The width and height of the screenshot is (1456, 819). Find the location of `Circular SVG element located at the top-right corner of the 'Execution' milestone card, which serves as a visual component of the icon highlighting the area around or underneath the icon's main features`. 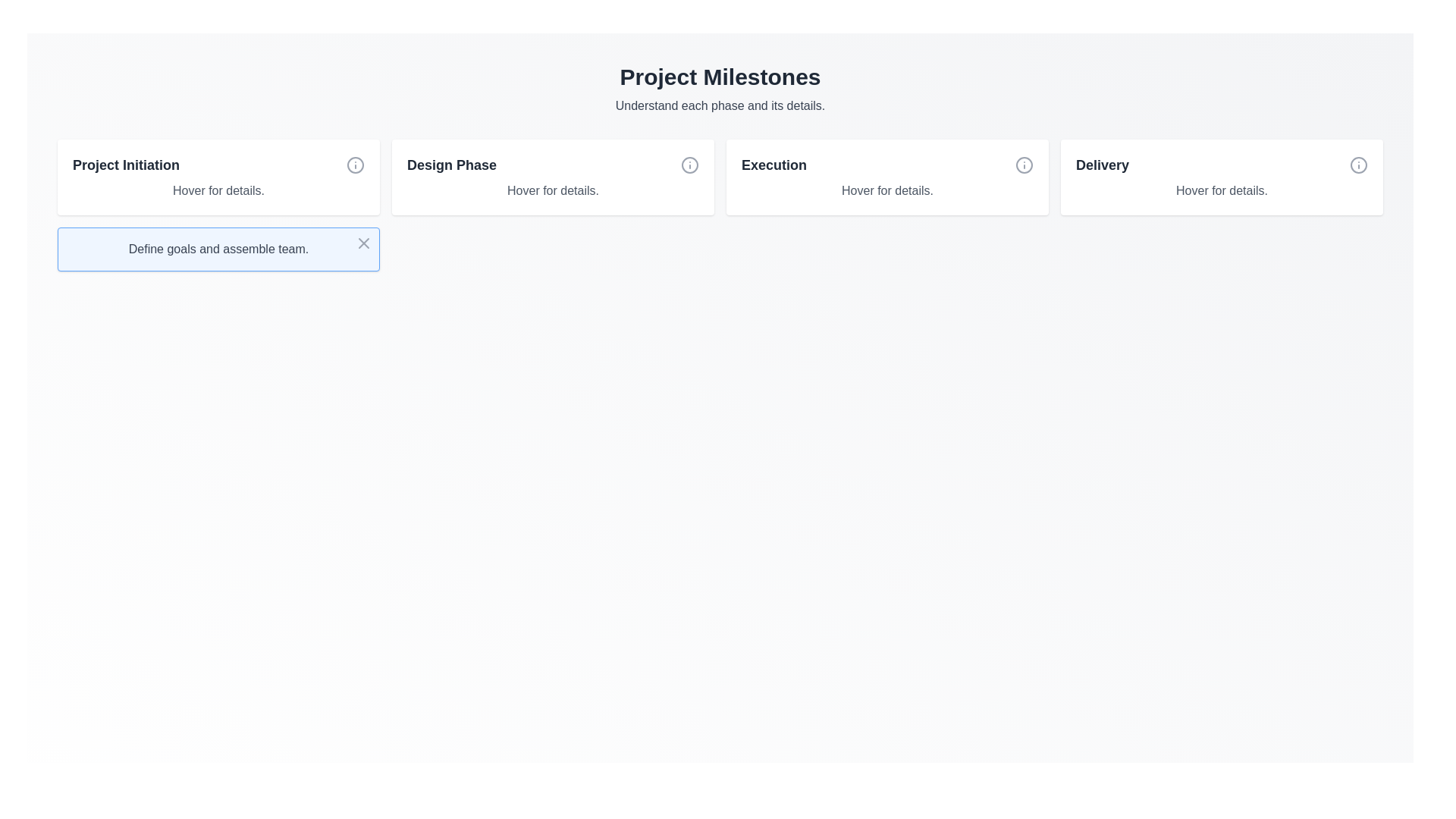

Circular SVG element located at the top-right corner of the 'Execution' milestone card, which serves as a visual component of the icon highlighting the area around or underneath the icon's main features is located at coordinates (1024, 165).